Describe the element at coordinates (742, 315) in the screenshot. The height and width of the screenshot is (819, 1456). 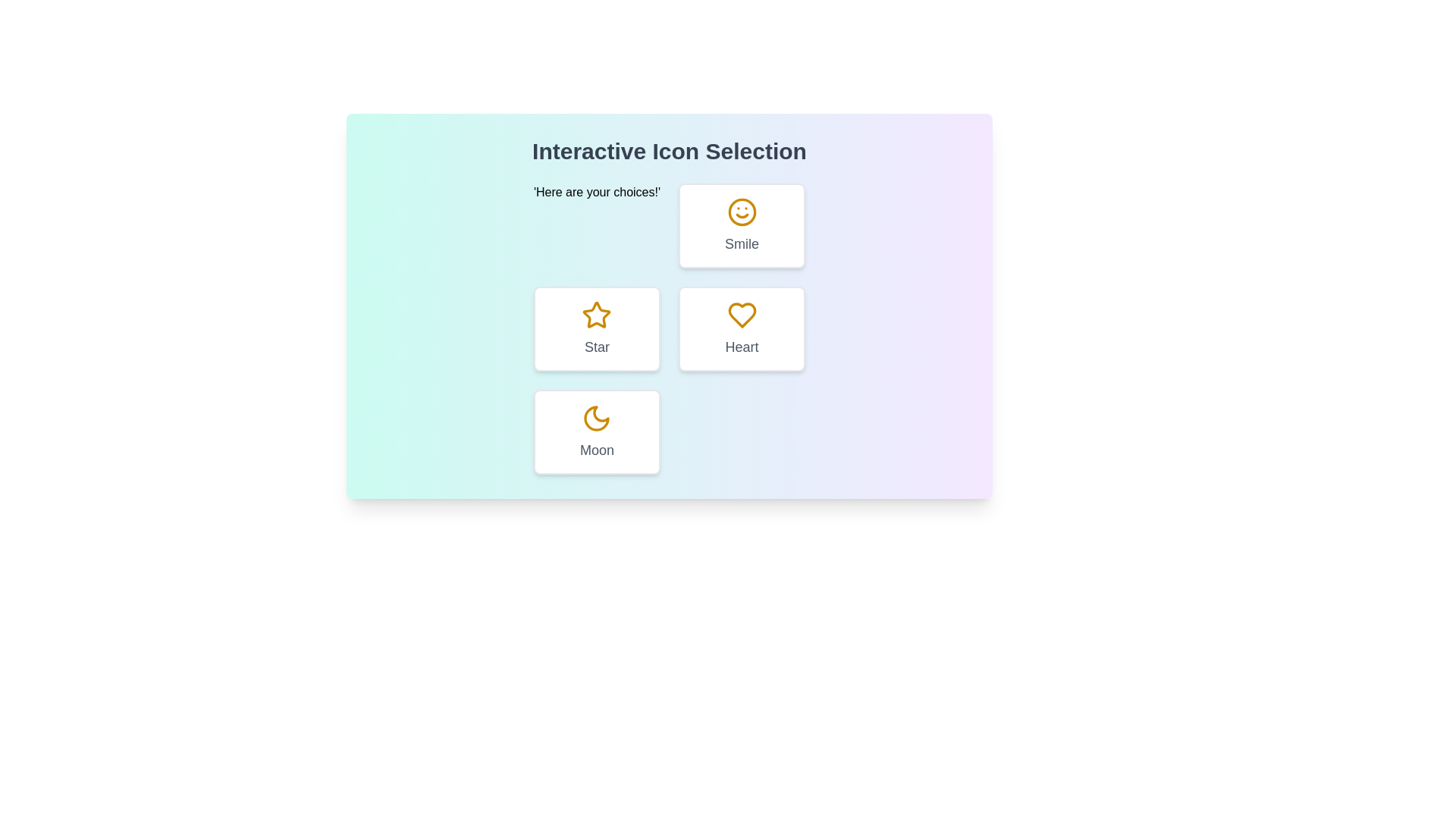
I see `the heart-shaped icon with an orange stroke located in the second column of the second row of selectable icons` at that location.